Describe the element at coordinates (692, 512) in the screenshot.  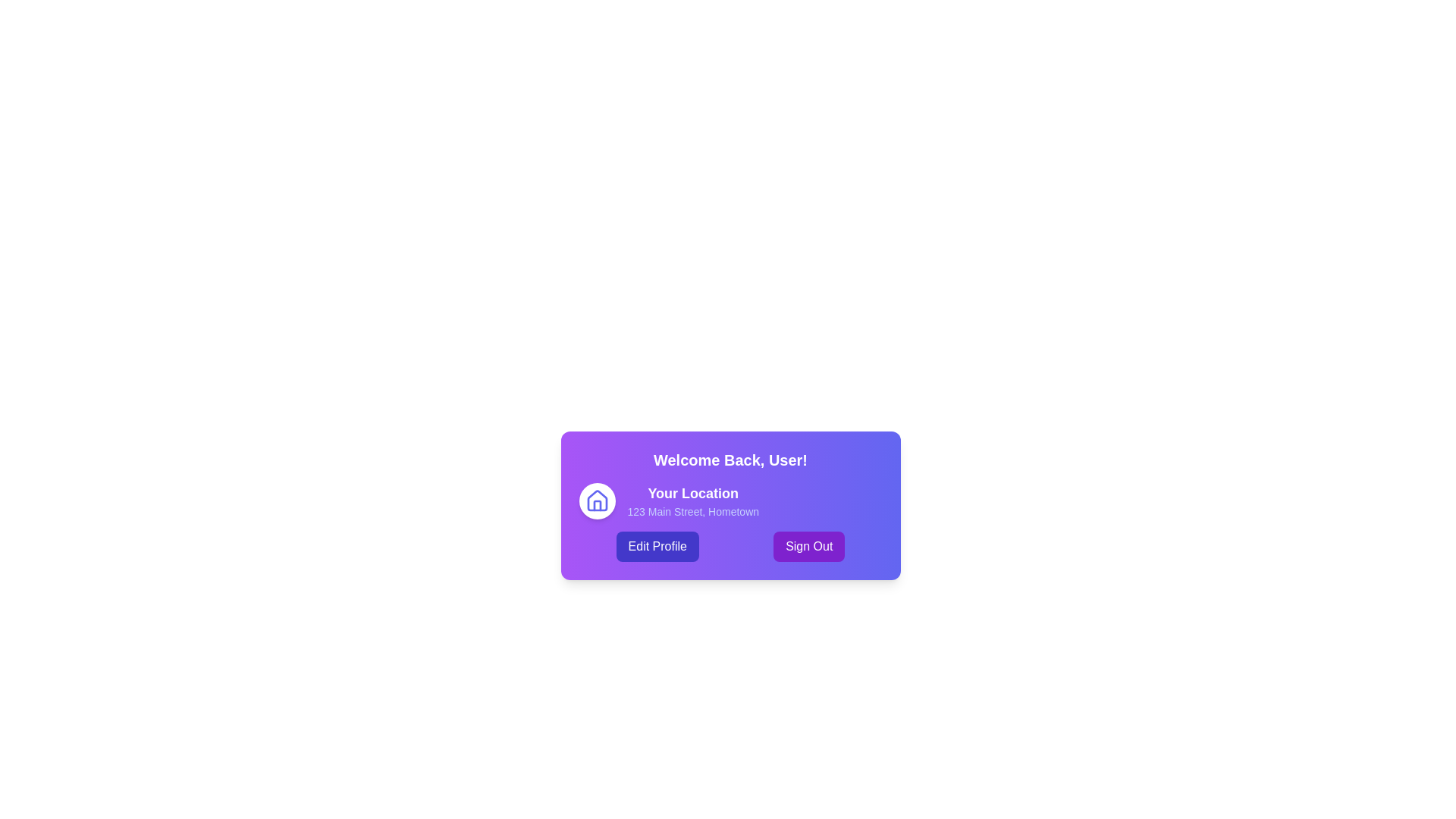
I see `the text element displaying '123 Main Street, Hometown' which is styled in indigo and located within a gradient-colored card layout, positioned below the header 'Your Location'` at that location.